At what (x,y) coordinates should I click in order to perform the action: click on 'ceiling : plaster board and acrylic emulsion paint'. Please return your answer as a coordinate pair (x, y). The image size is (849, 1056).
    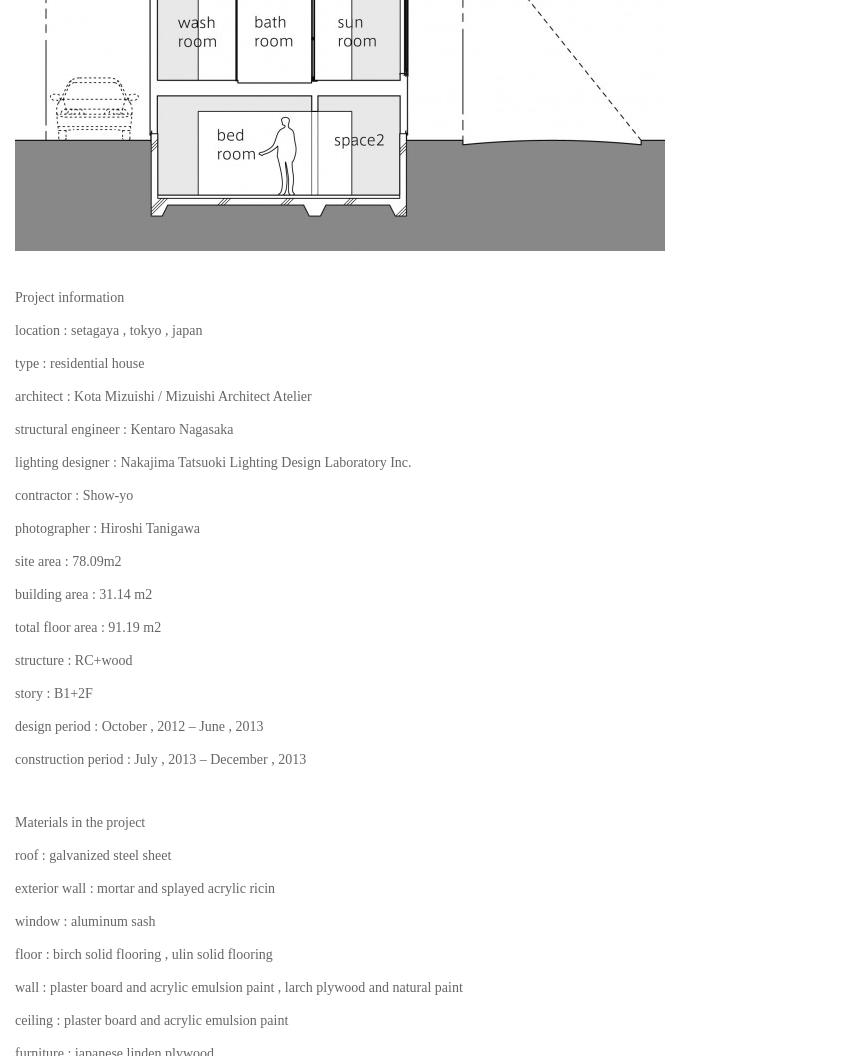
    Looking at the image, I should click on (14, 1018).